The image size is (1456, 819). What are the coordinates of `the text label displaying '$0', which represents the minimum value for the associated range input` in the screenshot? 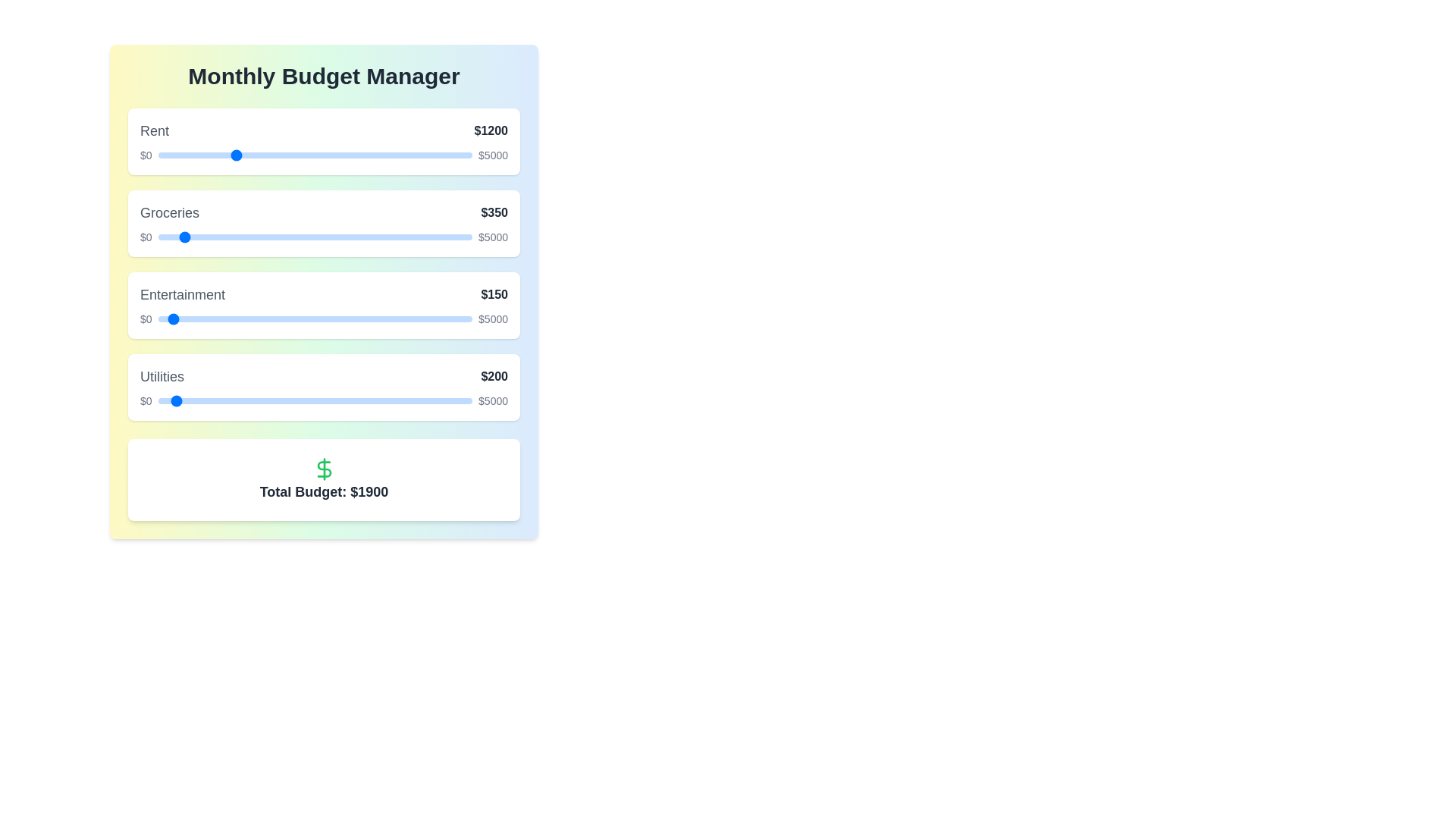 It's located at (146, 155).